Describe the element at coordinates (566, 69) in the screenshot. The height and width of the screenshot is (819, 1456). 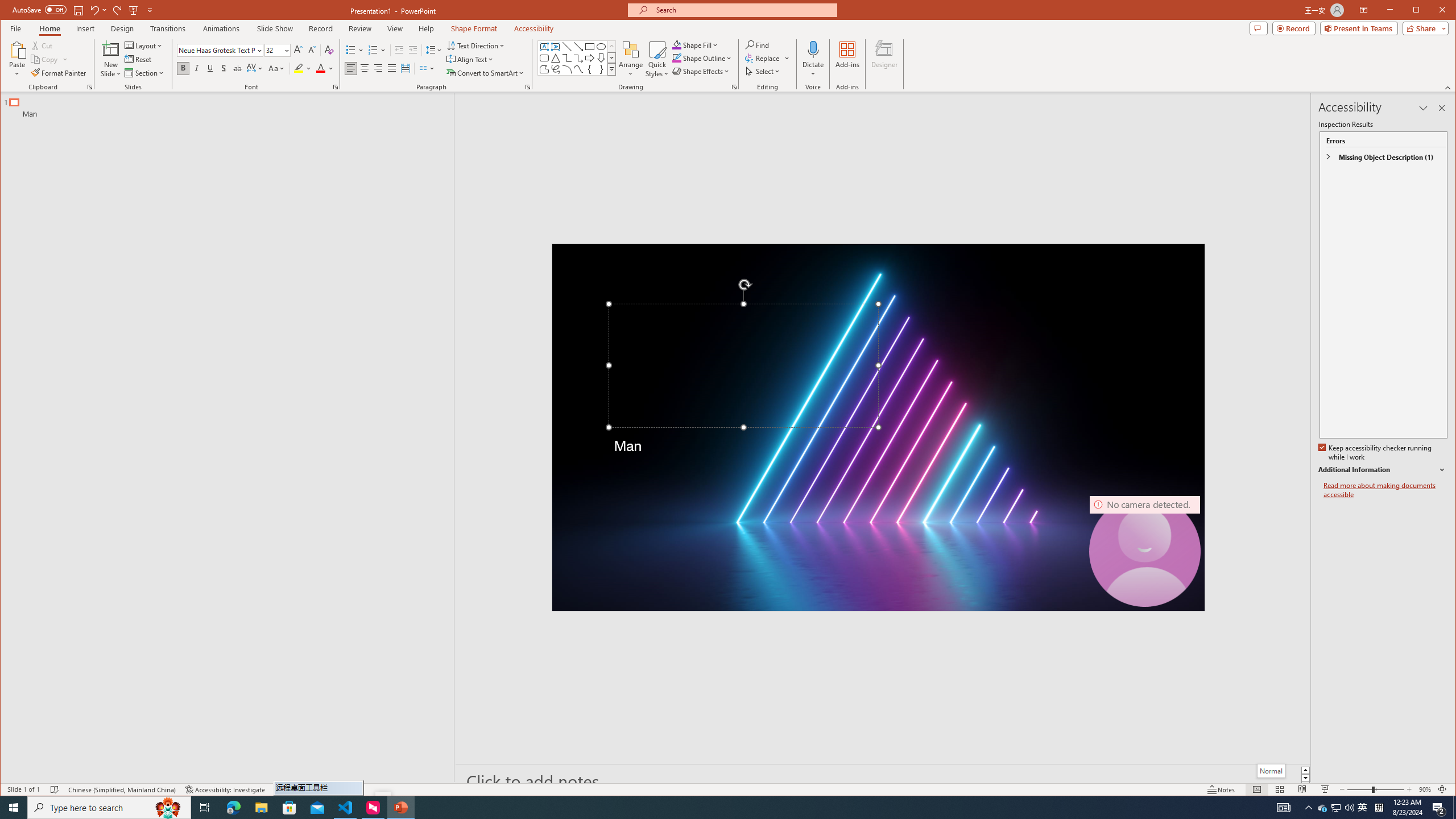
I see `'Arc'` at that location.